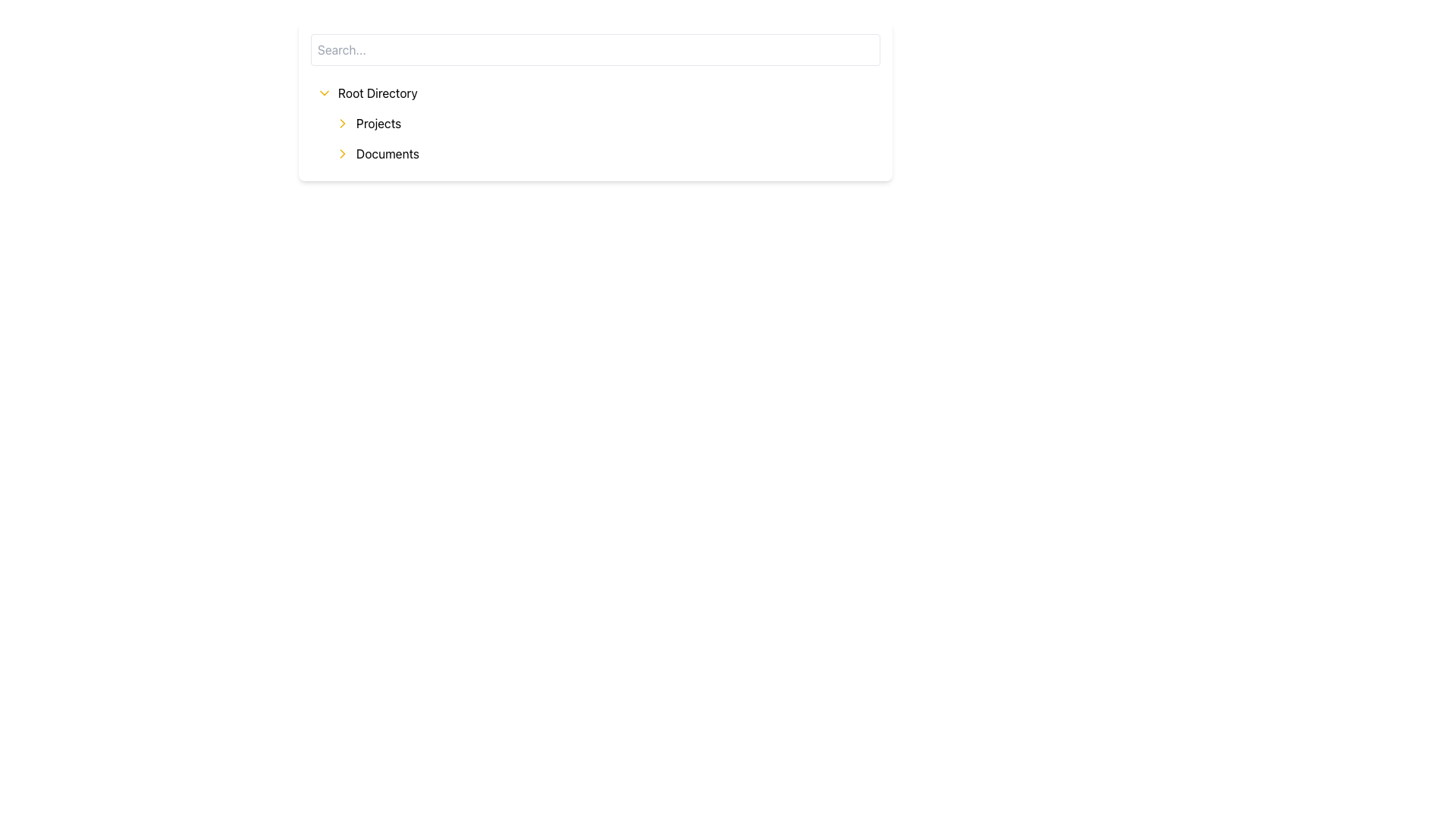 The image size is (1456, 819). I want to click on the small right-facing yellow chevron icon located to the left of the 'Projects' text label in the menu item, so click(341, 122).